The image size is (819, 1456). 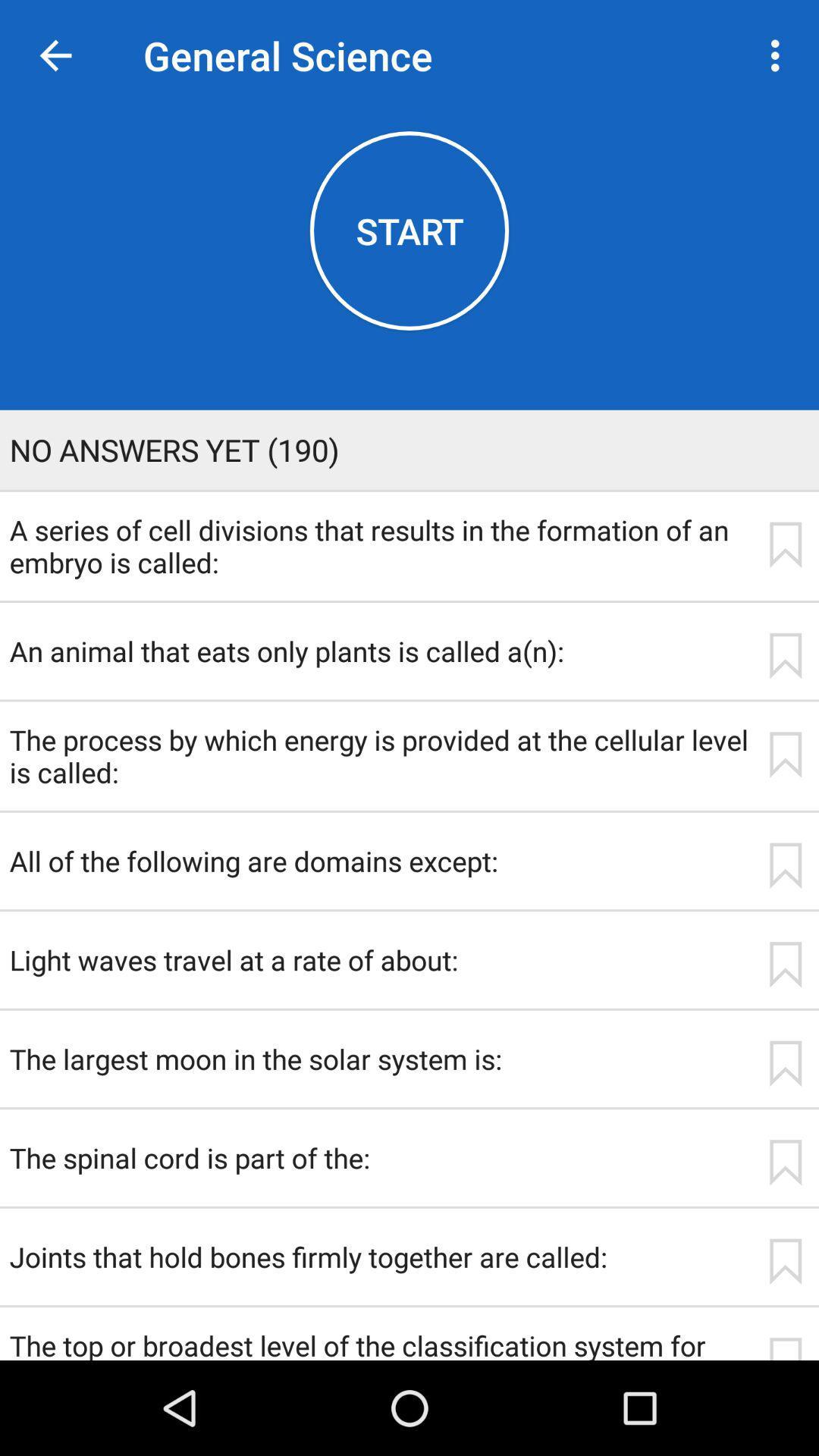 I want to click on the app to the right of the light waves travel item, so click(x=785, y=964).